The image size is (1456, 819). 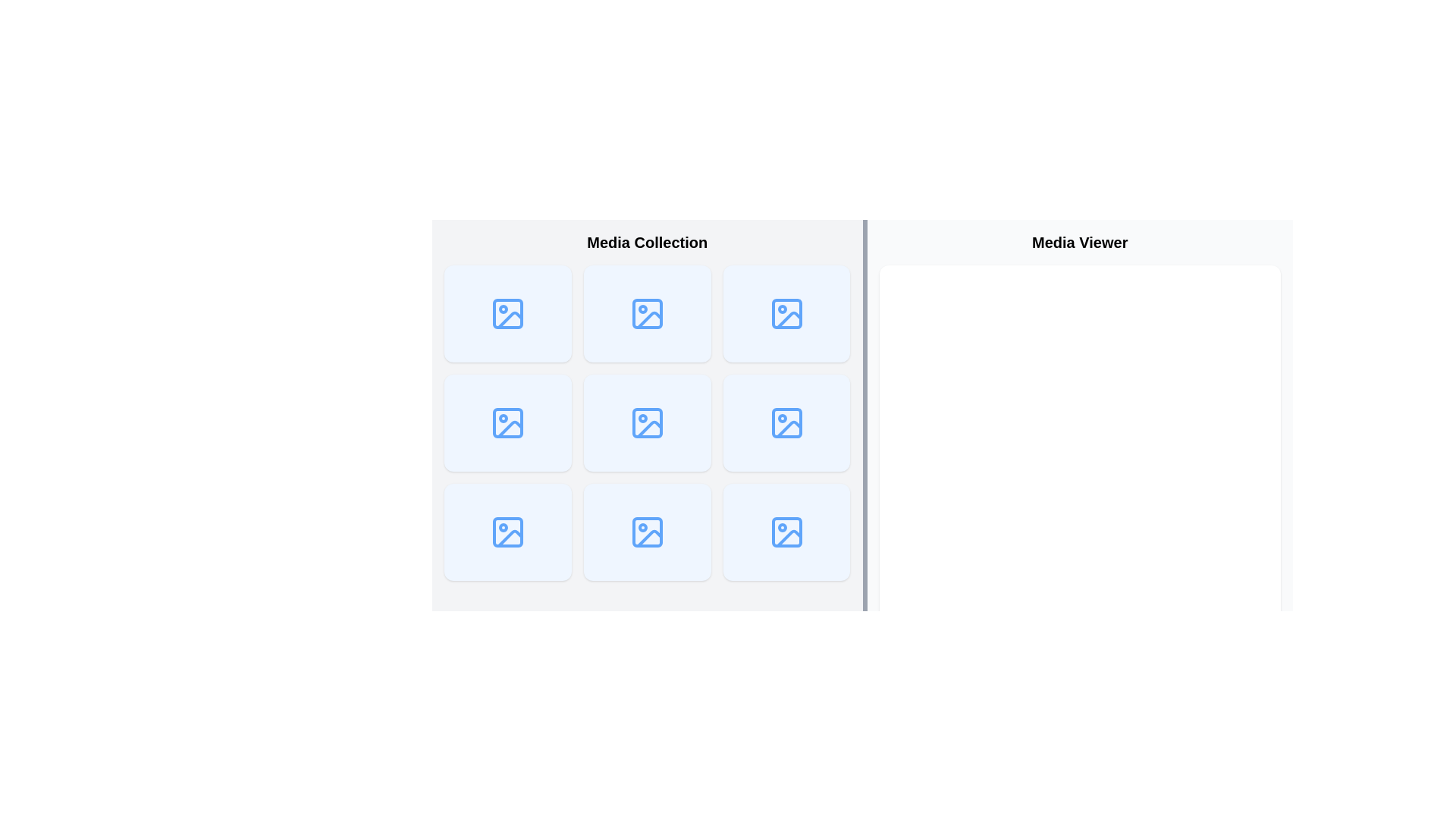 I want to click on the middle card in the bottom row of a 3x3 grid layout, so click(x=647, y=532).